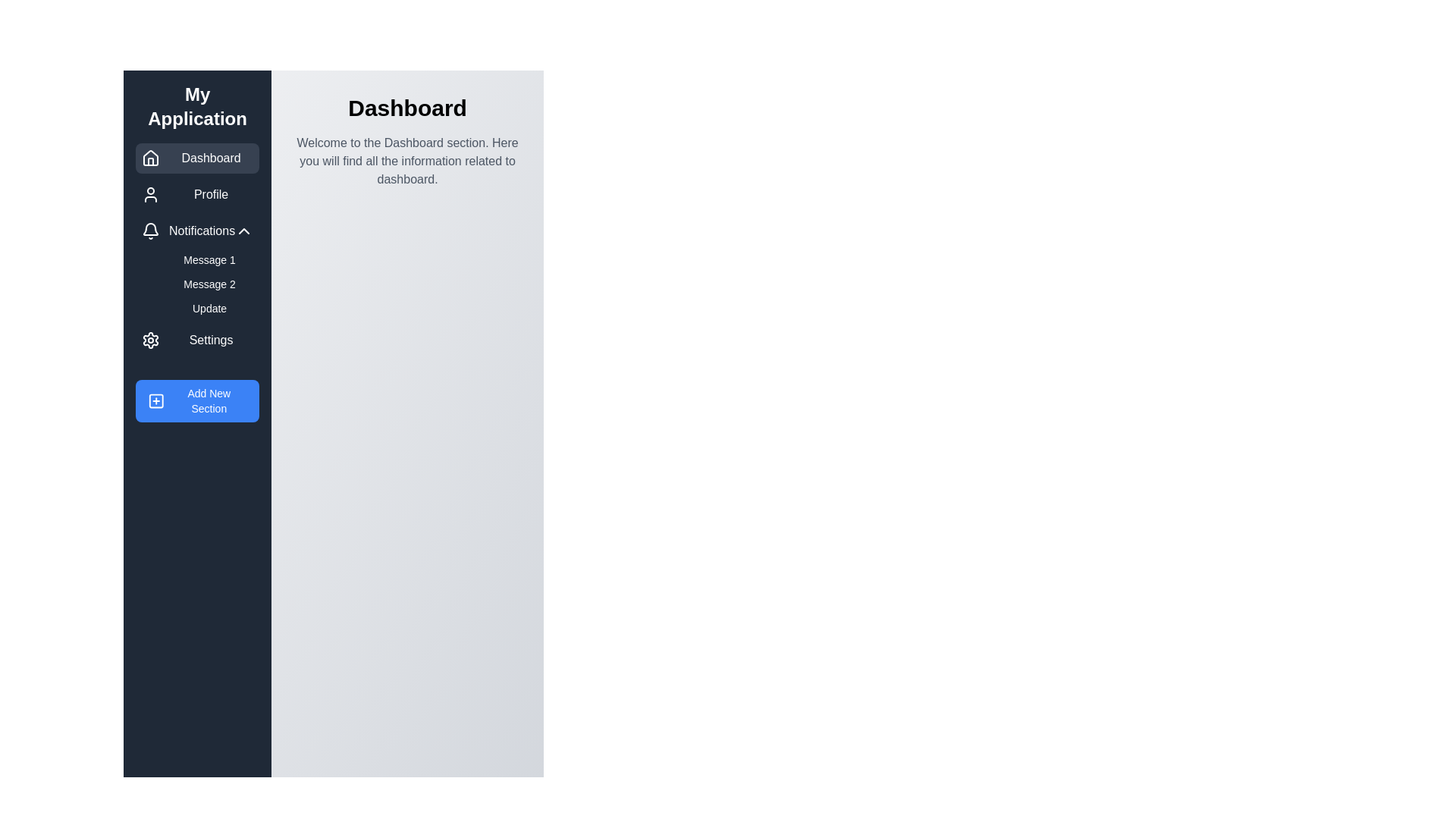  What do you see at coordinates (150, 158) in the screenshot?
I see `the house icon located in the left sidebar navigation menu, which is styled in minimalistic line art and positioned next to the 'Dashboard' label` at bounding box center [150, 158].